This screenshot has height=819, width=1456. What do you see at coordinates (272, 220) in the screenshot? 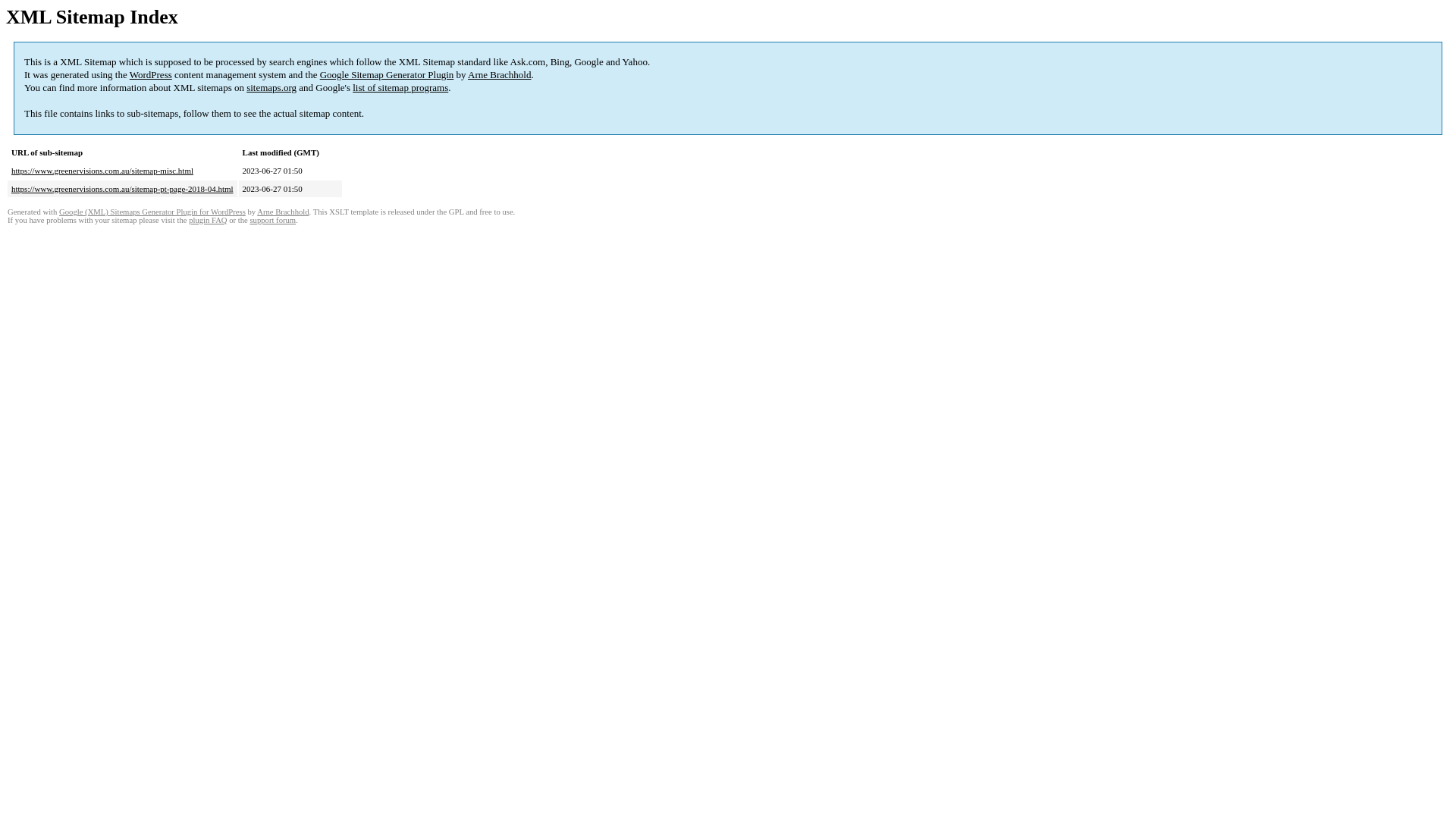
I see `'support forum'` at bounding box center [272, 220].